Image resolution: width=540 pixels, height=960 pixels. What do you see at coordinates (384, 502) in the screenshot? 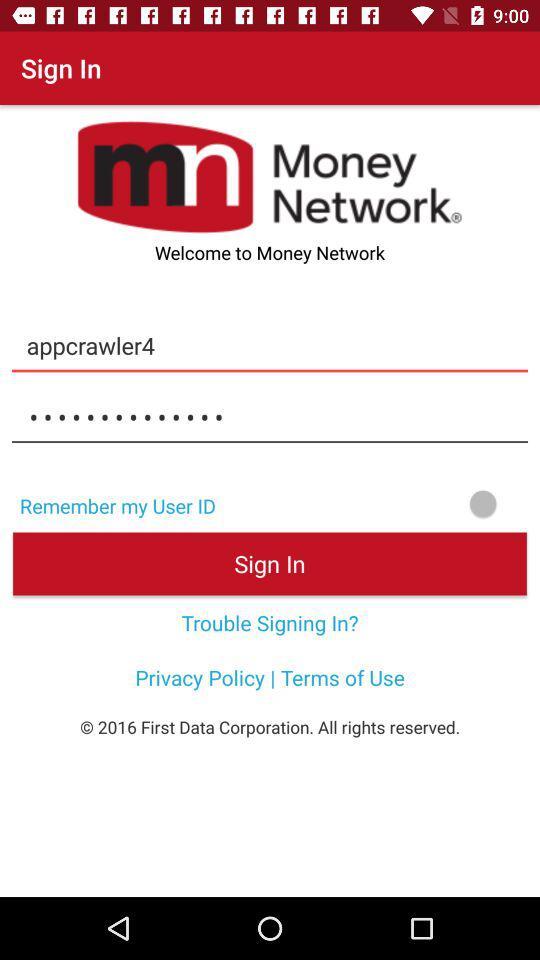
I see `to remember user id` at bounding box center [384, 502].